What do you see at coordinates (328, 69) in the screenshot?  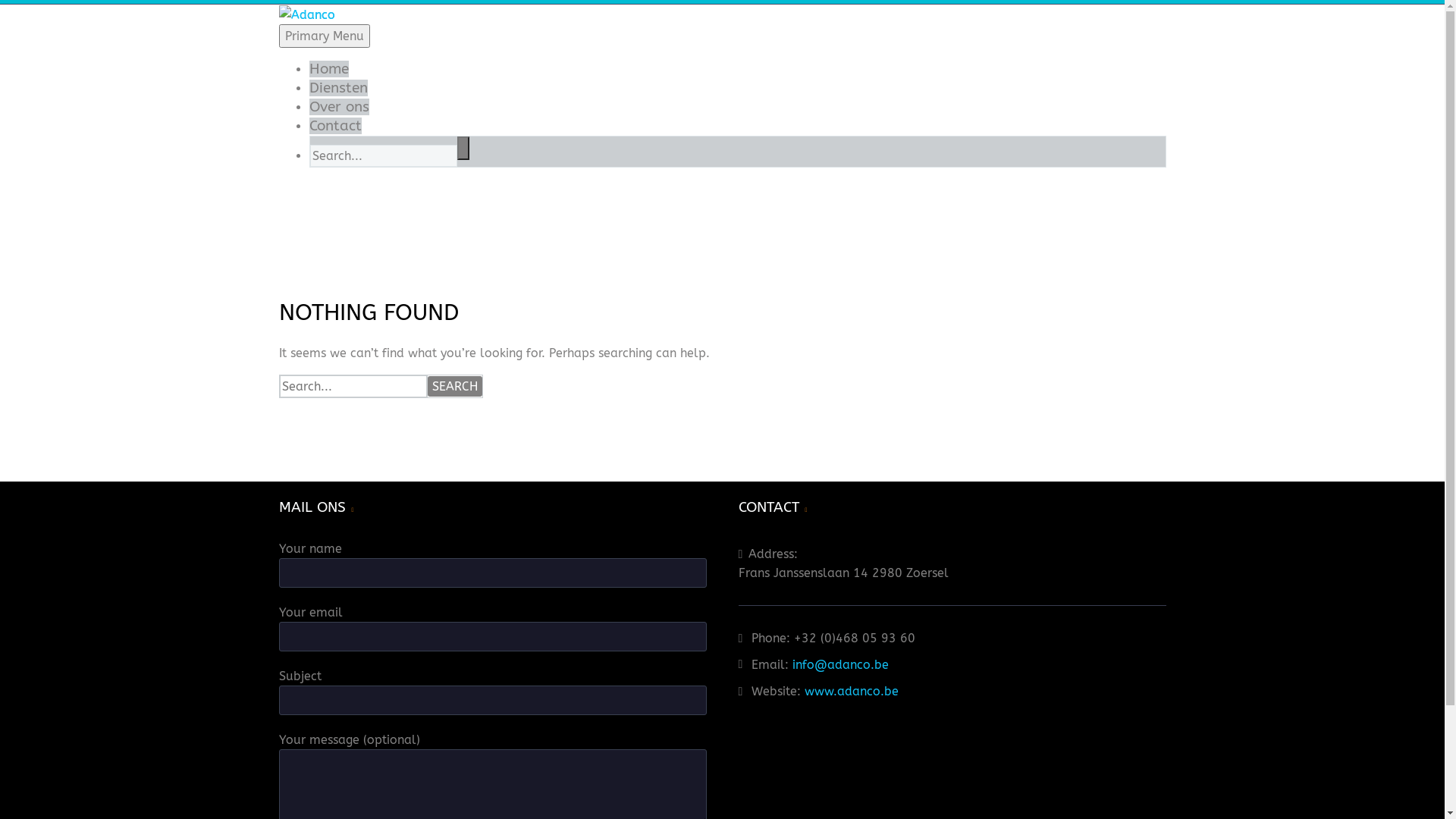 I see `'Home'` at bounding box center [328, 69].